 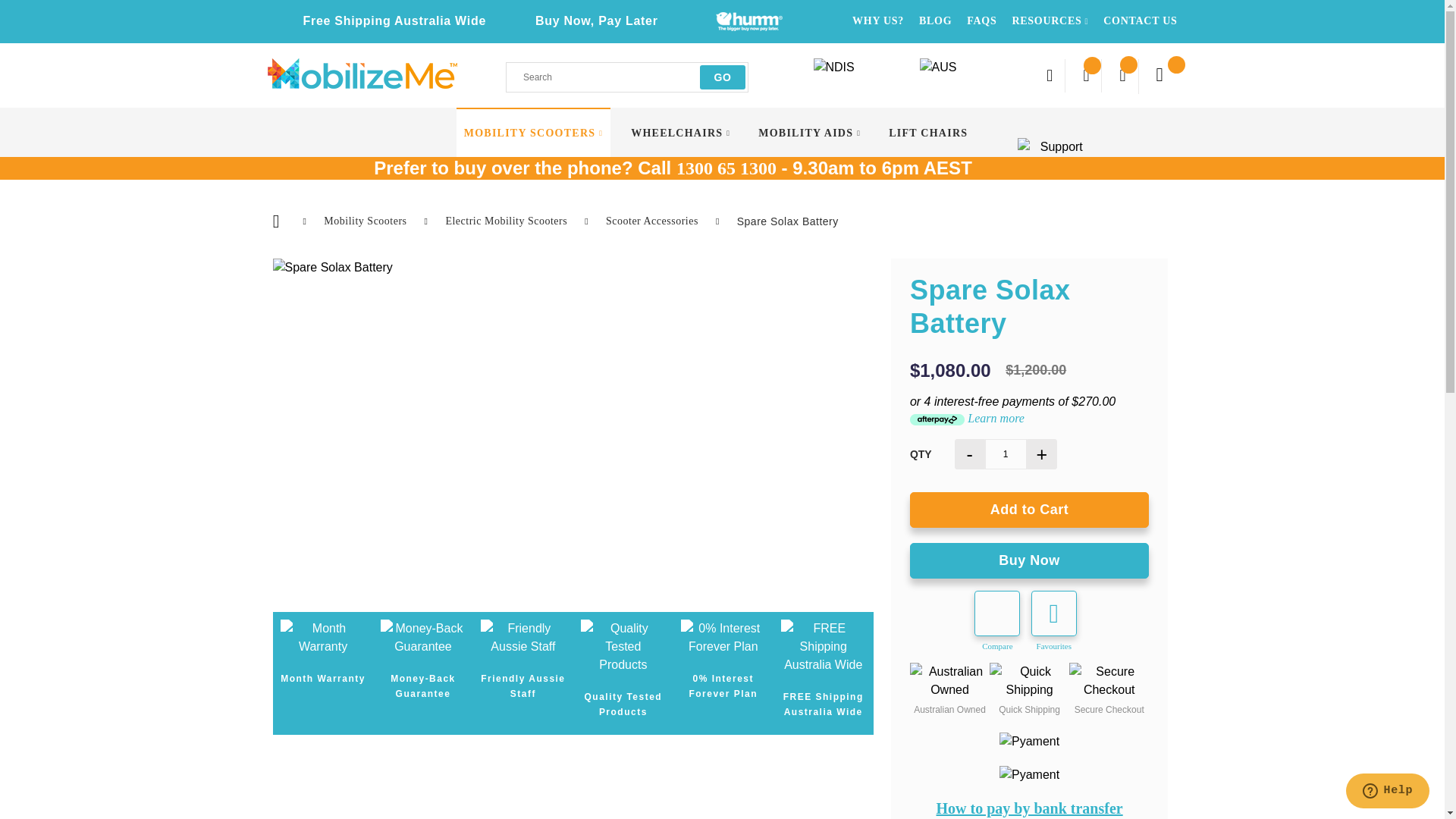 I want to click on 'WHEELCHAIRS', so click(x=679, y=132).